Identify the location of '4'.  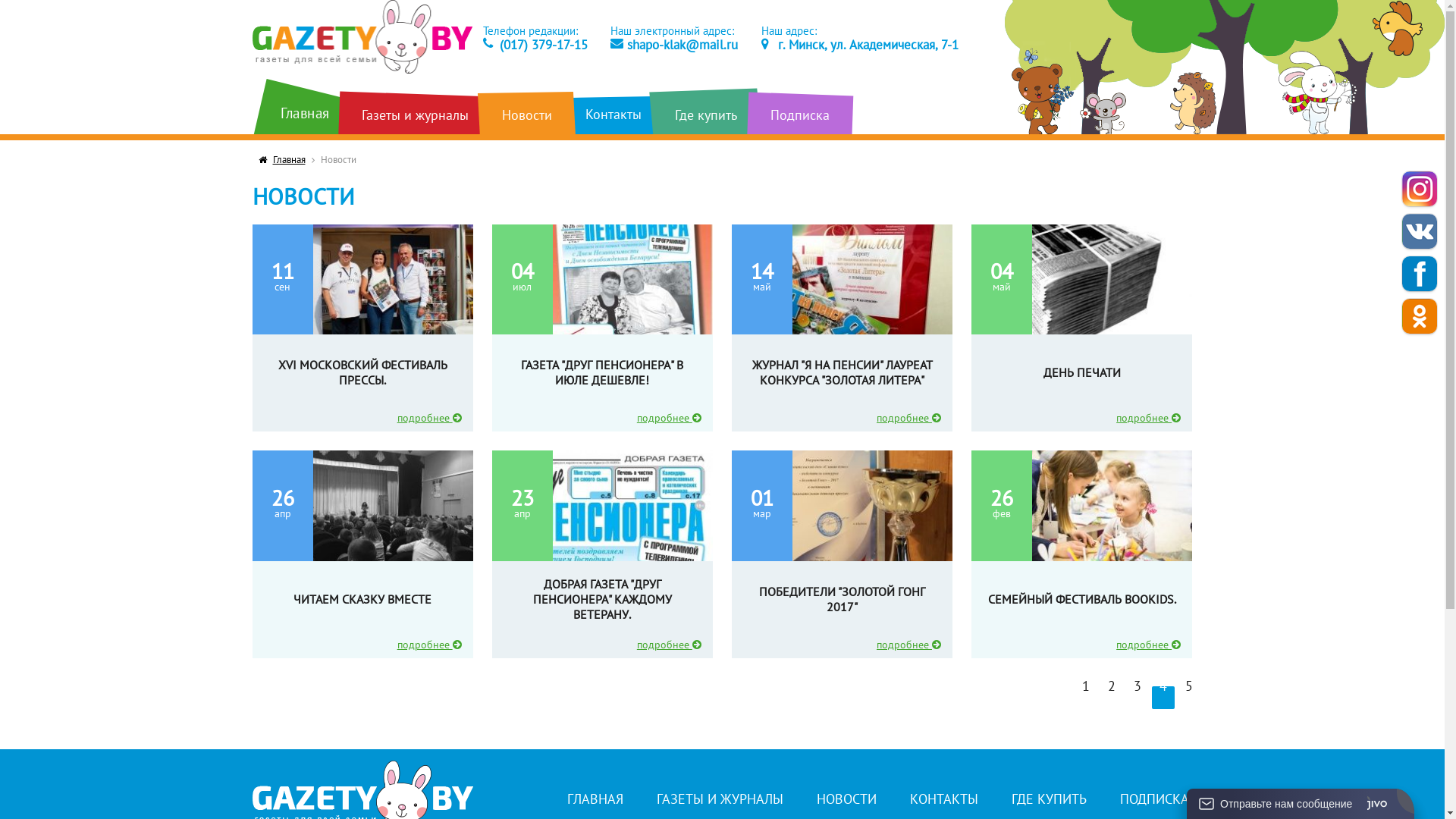
(1163, 698).